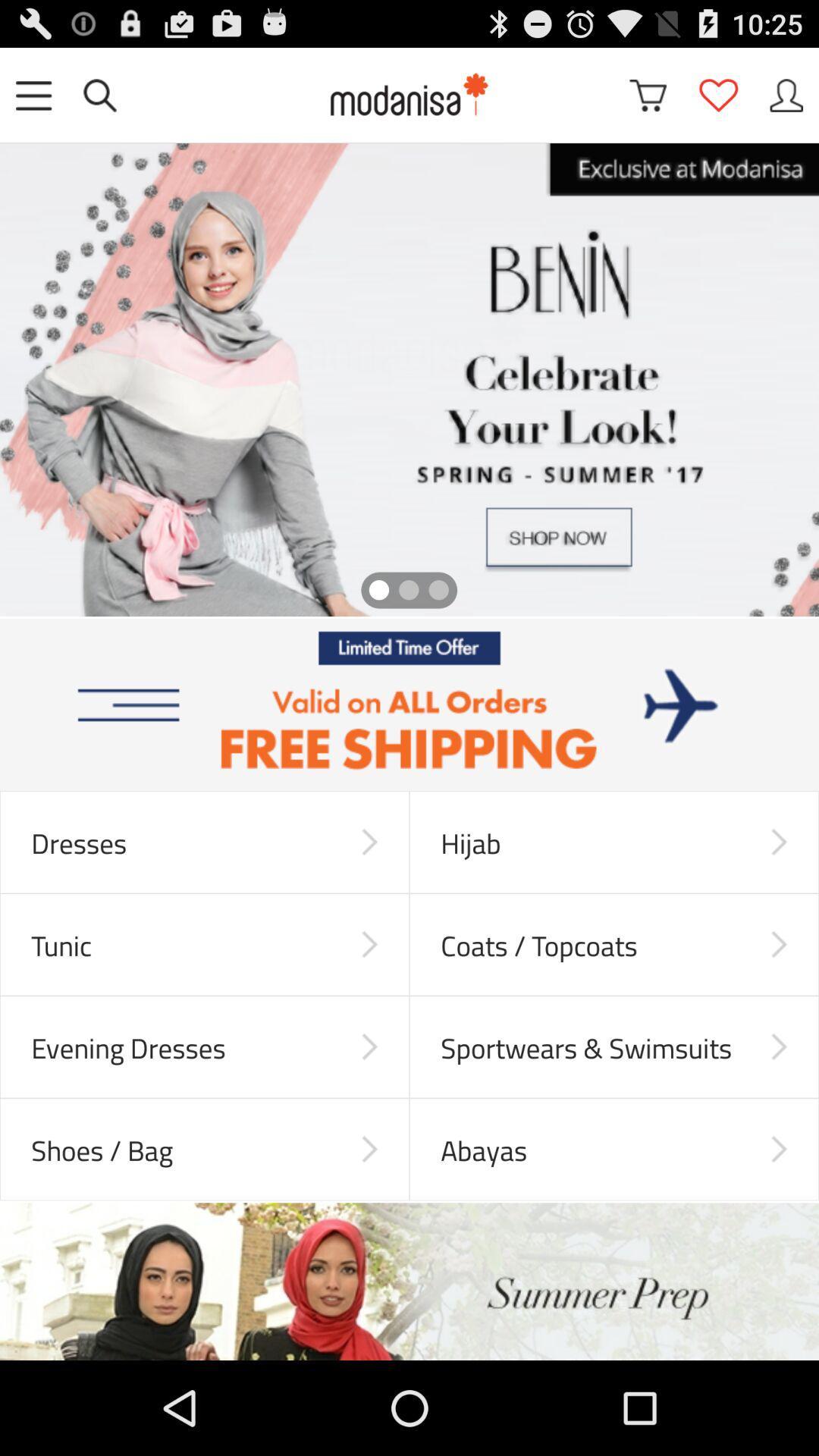 This screenshot has width=819, height=1456. What do you see at coordinates (786, 94) in the screenshot?
I see `share this` at bounding box center [786, 94].